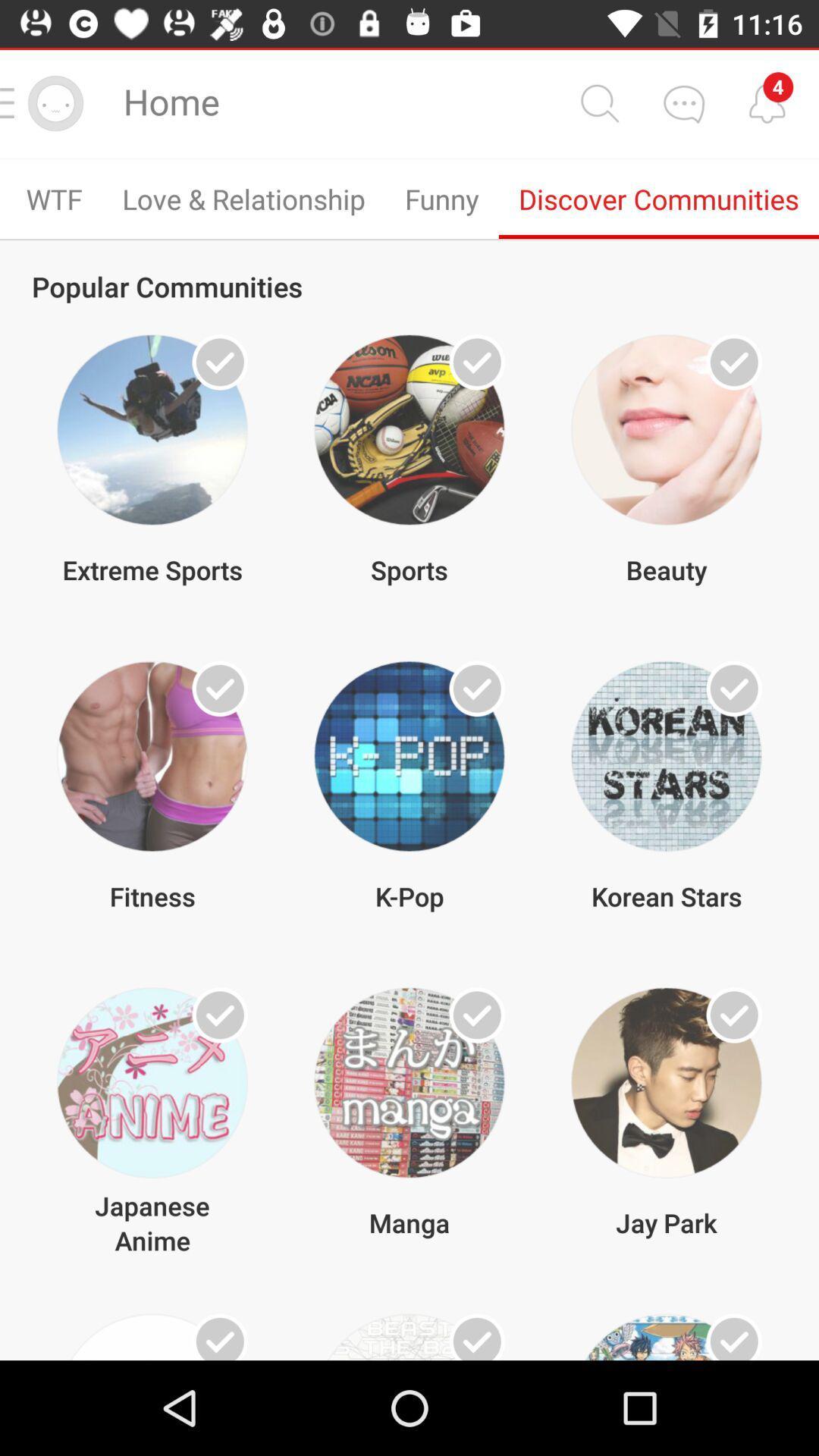 Image resolution: width=819 pixels, height=1456 pixels. I want to click on community, so click(733, 361).